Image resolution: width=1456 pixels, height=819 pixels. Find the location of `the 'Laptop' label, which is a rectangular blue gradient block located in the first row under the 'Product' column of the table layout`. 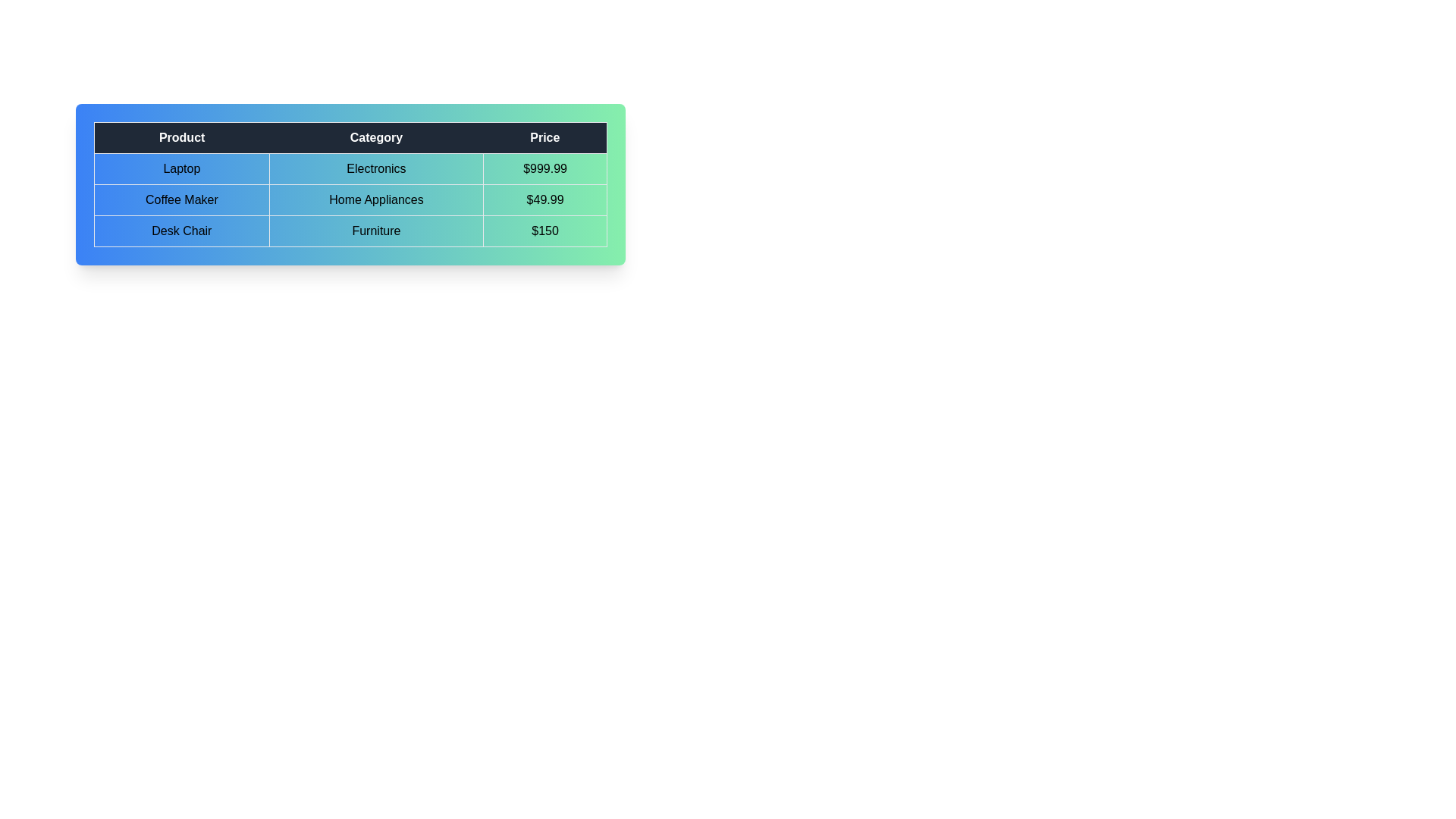

the 'Laptop' label, which is a rectangular blue gradient block located in the first row under the 'Product' column of the table layout is located at coordinates (181, 169).